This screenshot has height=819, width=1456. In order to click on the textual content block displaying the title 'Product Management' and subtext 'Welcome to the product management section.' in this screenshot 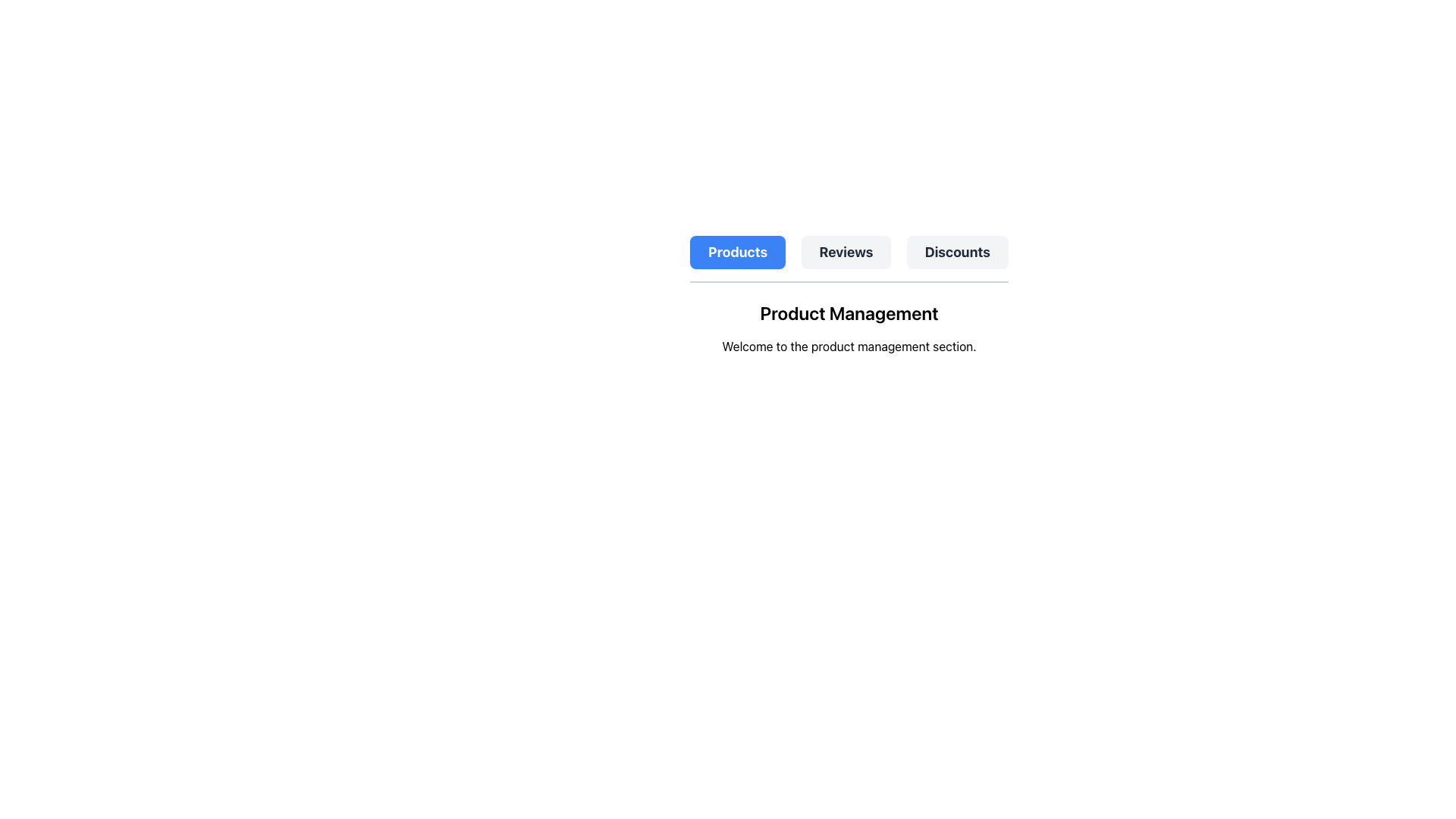, I will do `click(848, 327)`.